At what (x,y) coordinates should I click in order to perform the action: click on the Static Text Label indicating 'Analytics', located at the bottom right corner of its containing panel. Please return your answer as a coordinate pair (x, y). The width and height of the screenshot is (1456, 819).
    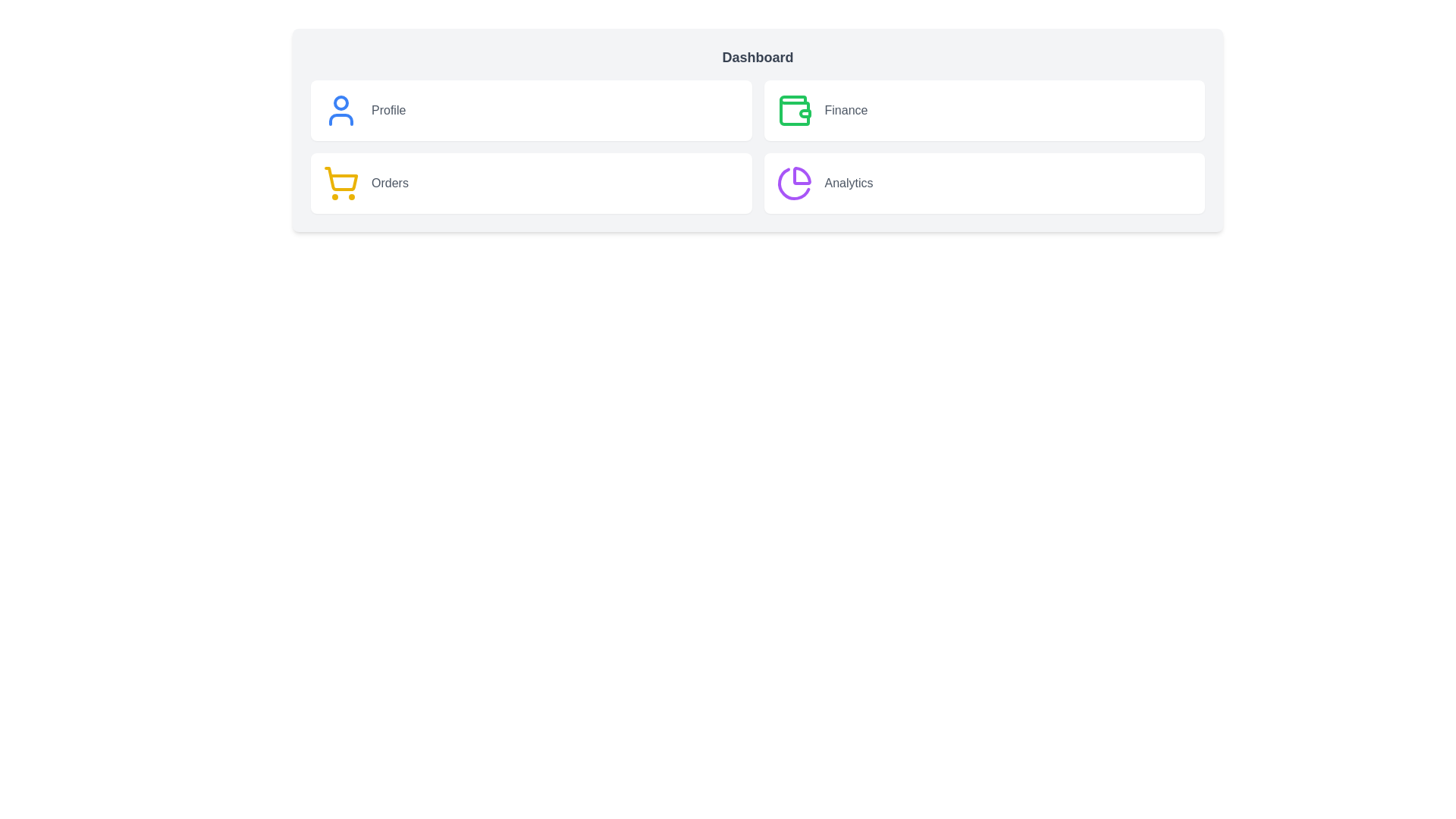
    Looking at the image, I should click on (848, 183).